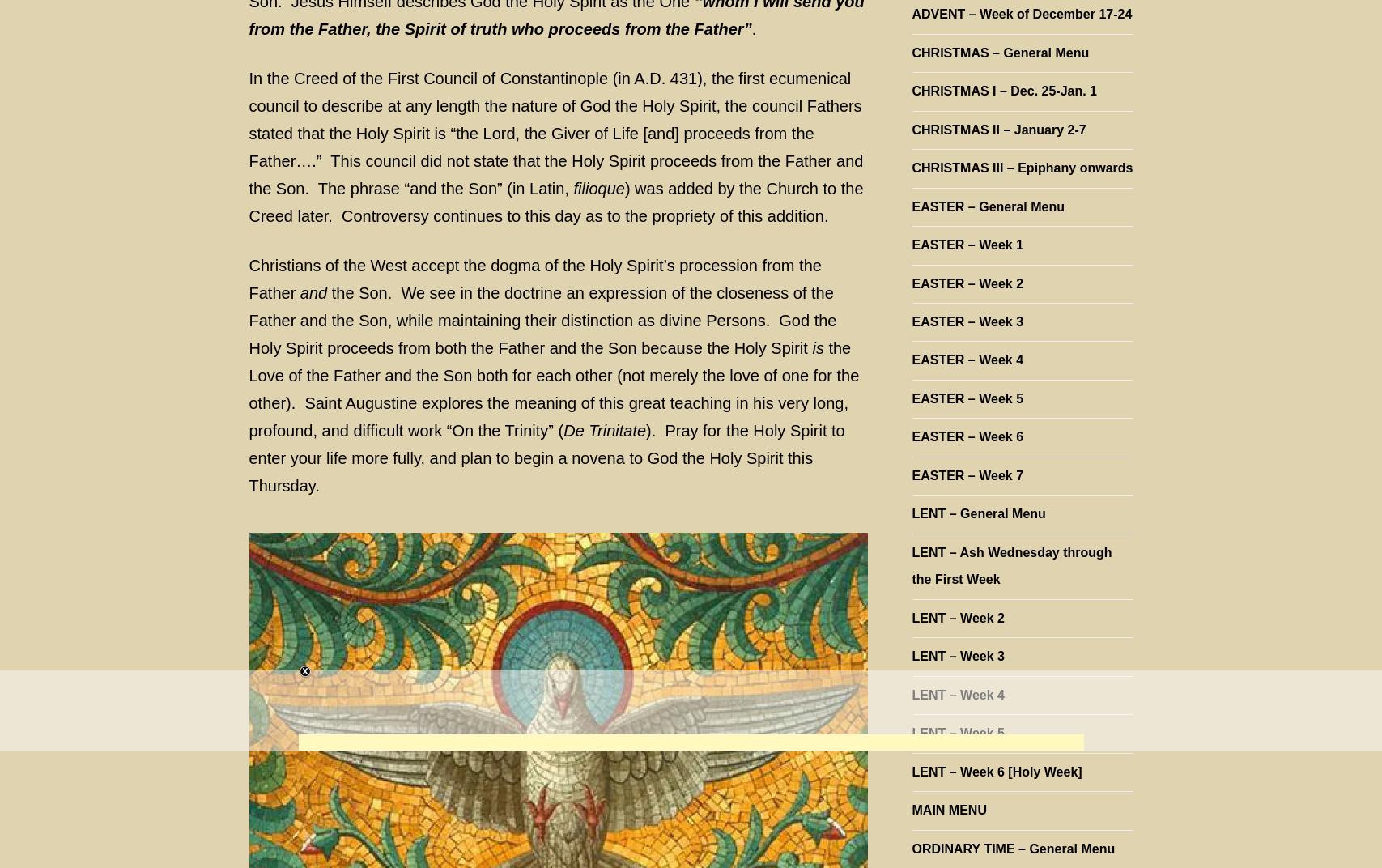 The height and width of the screenshot is (868, 1382). What do you see at coordinates (987, 206) in the screenshot?
I see `'EASTER – General Menu'` at bounding box center [987, 206].